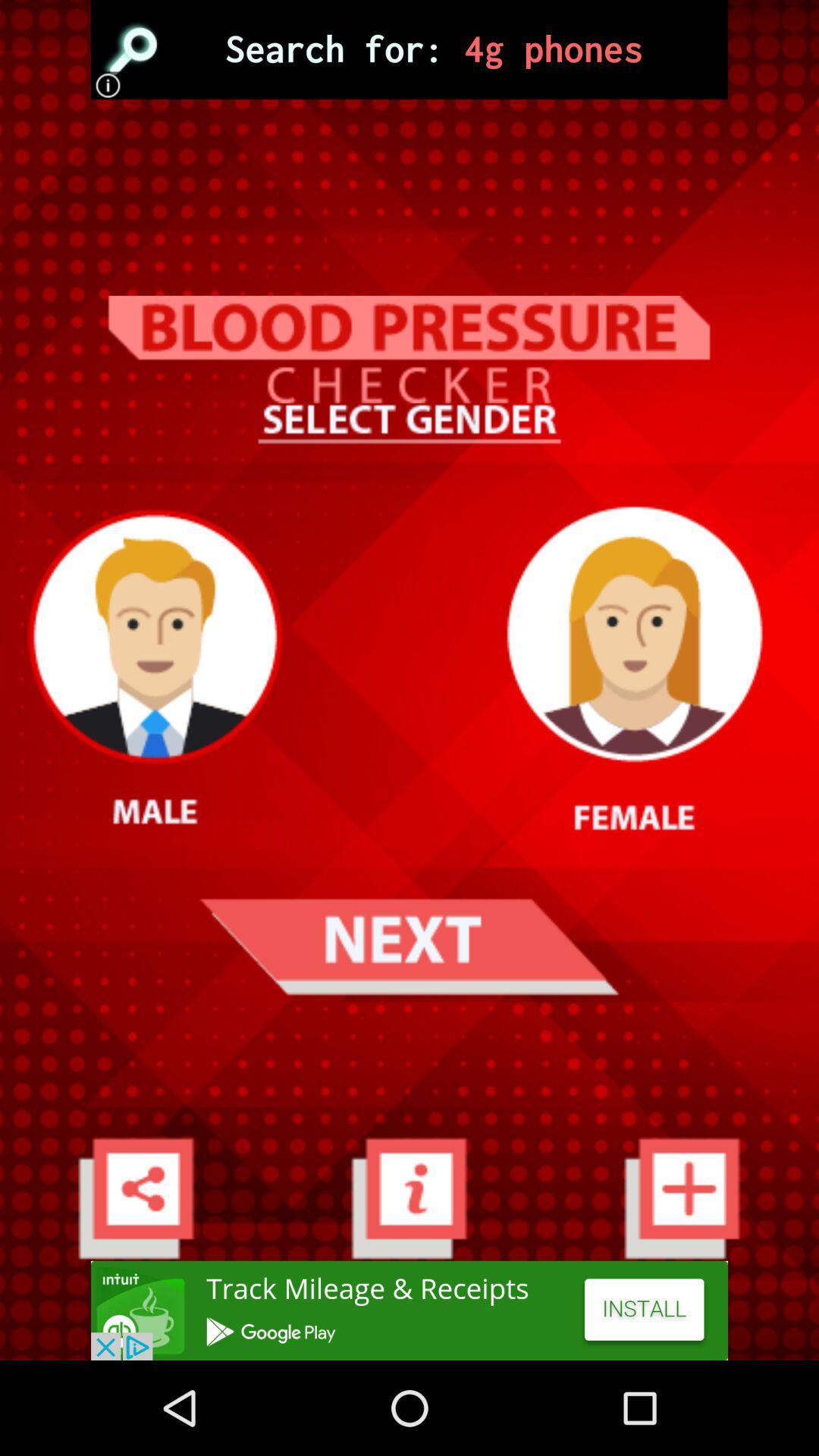  What do you see at coordinates (408, 1281) in the screenshot?
I see `the info icon` at bounding box center [408, 1281].